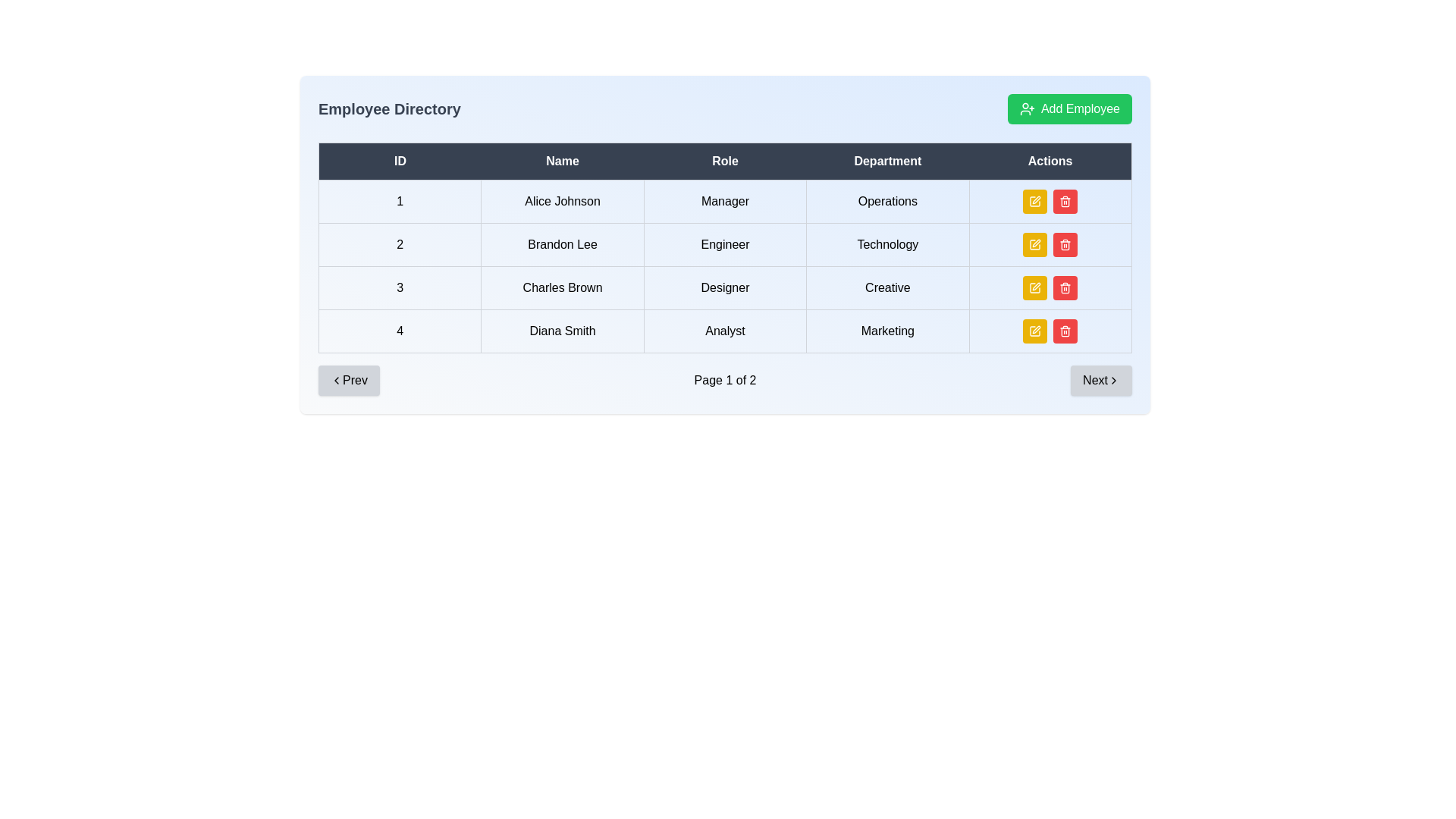 This screenshot has height=819, width=1456. I want to click on the 'Edit' icon button in the 'Actions' column for the row corresponding to 'Brandon Lee', so click(1034, 244).